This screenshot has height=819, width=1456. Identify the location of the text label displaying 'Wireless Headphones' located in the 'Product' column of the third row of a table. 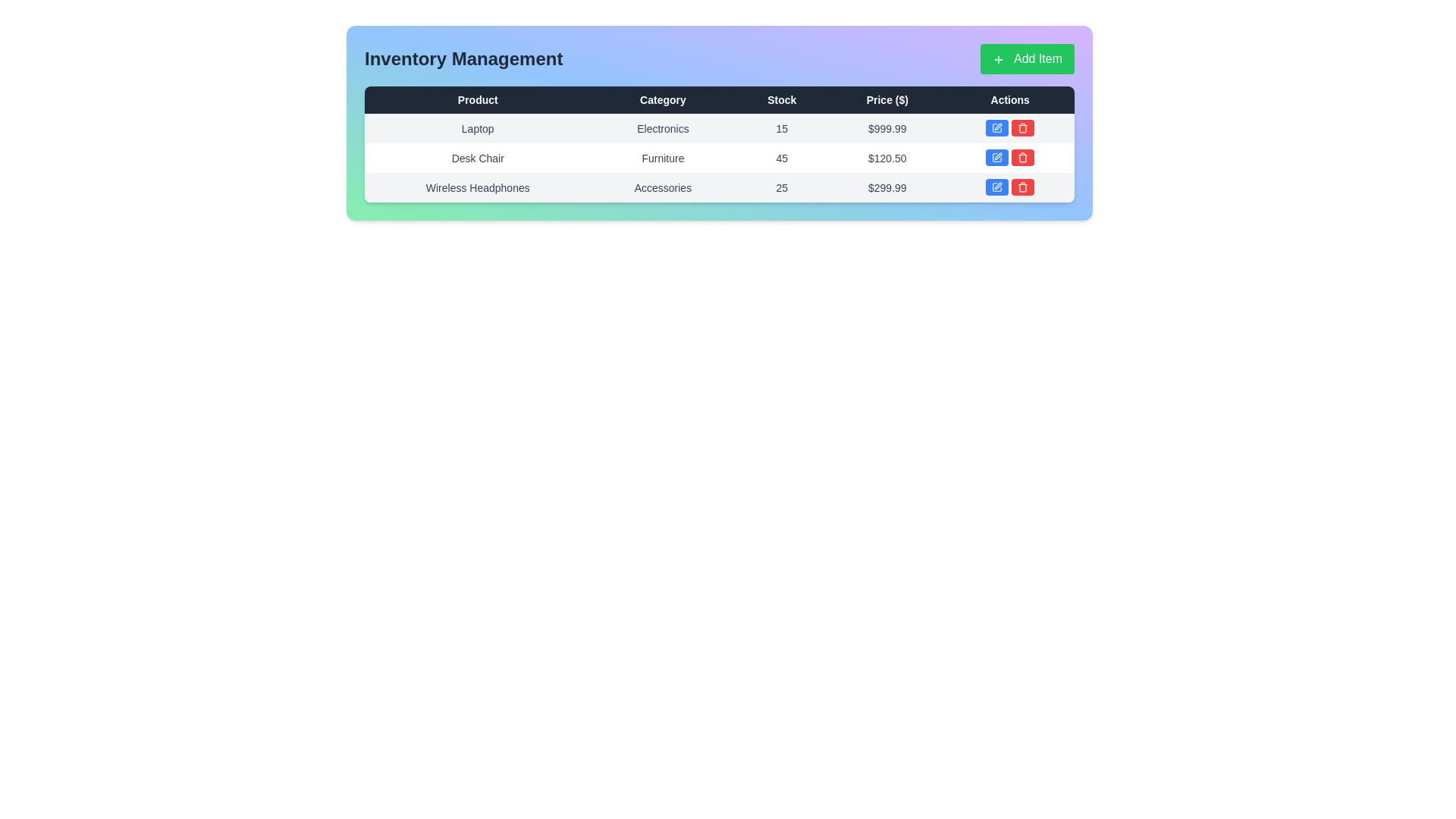
(477, 187).